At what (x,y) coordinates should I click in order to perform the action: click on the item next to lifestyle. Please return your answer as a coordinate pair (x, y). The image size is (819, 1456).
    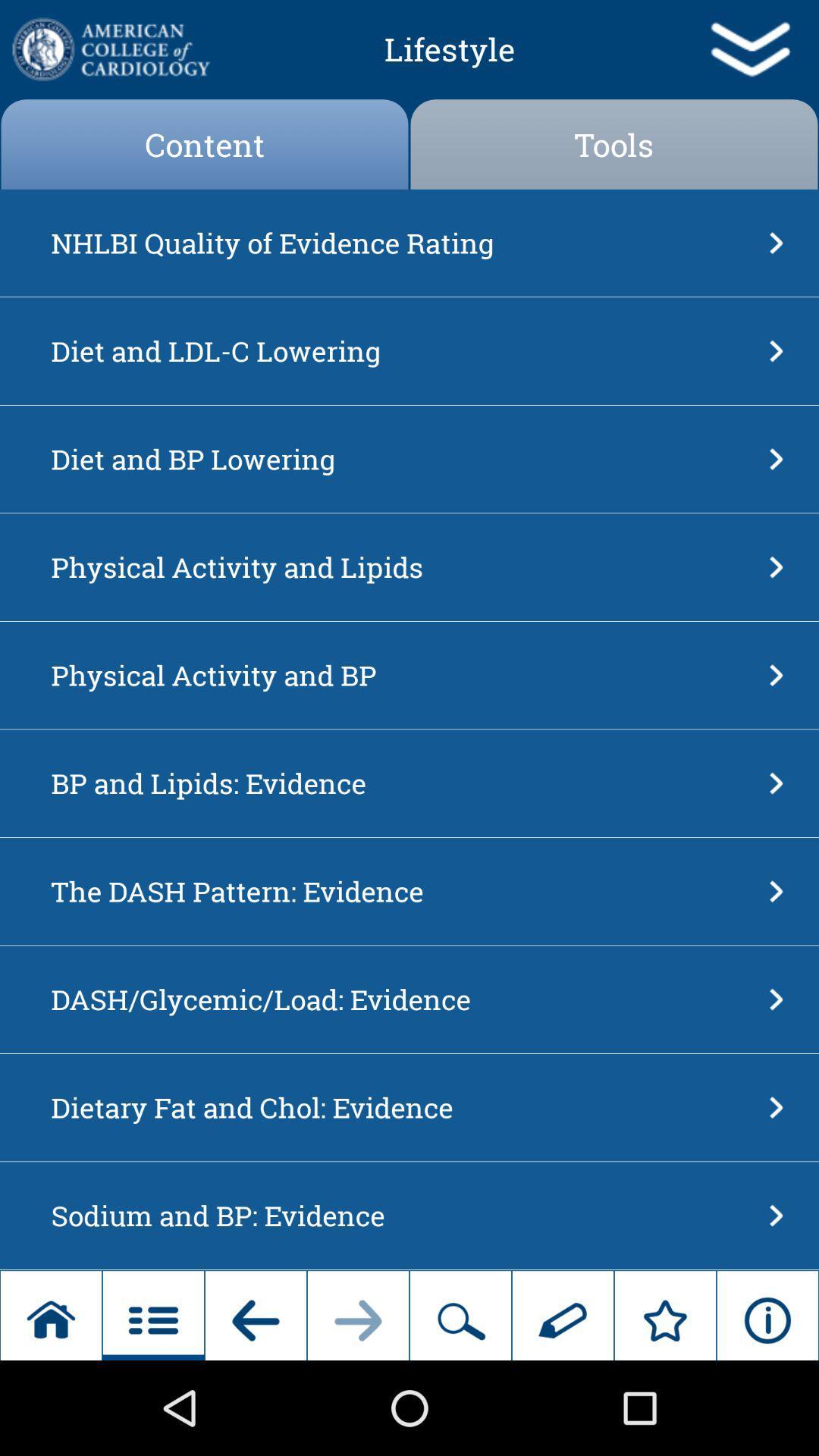
    Looking at the image, I should click on (109, 49).